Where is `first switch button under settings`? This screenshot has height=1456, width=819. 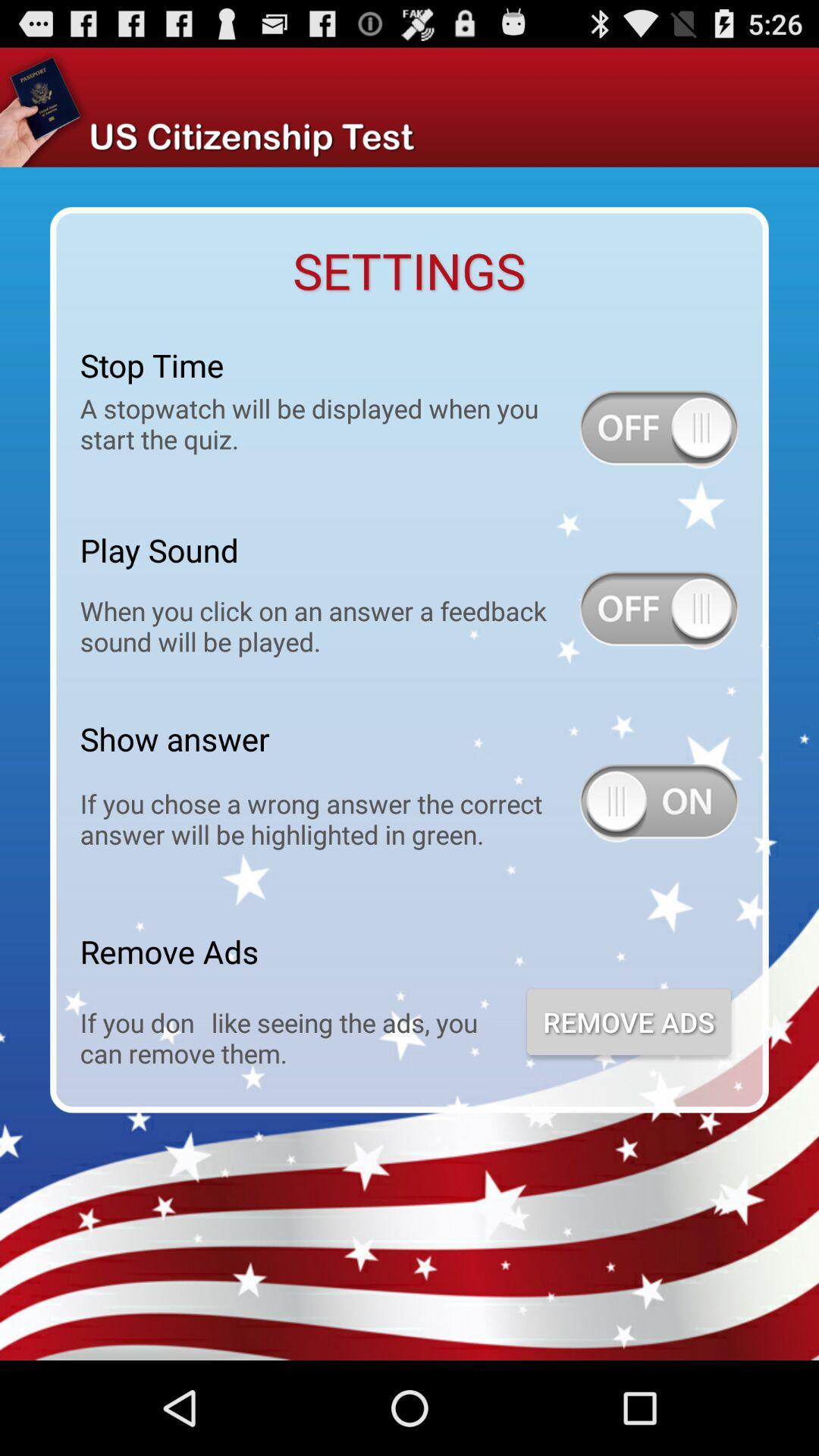 first switch button under settings is located at coordinates (657, 428).